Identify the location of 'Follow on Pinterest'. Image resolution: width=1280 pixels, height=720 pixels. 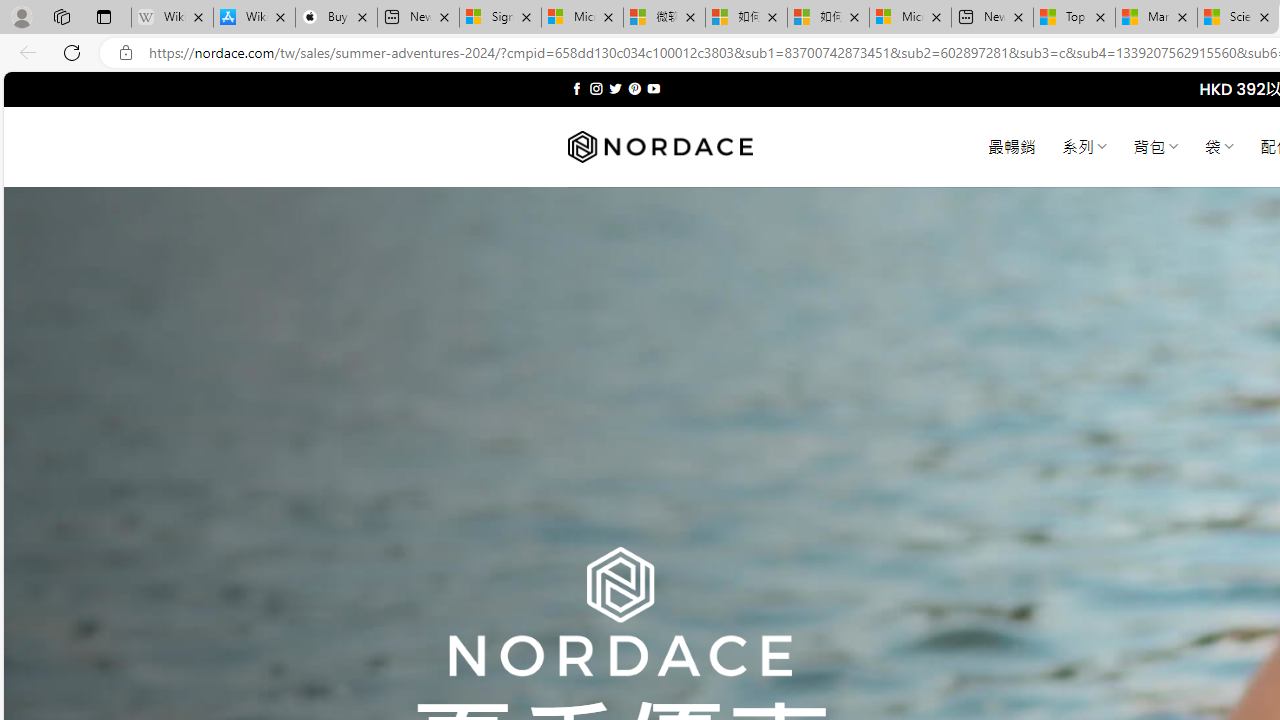
(633, 88).